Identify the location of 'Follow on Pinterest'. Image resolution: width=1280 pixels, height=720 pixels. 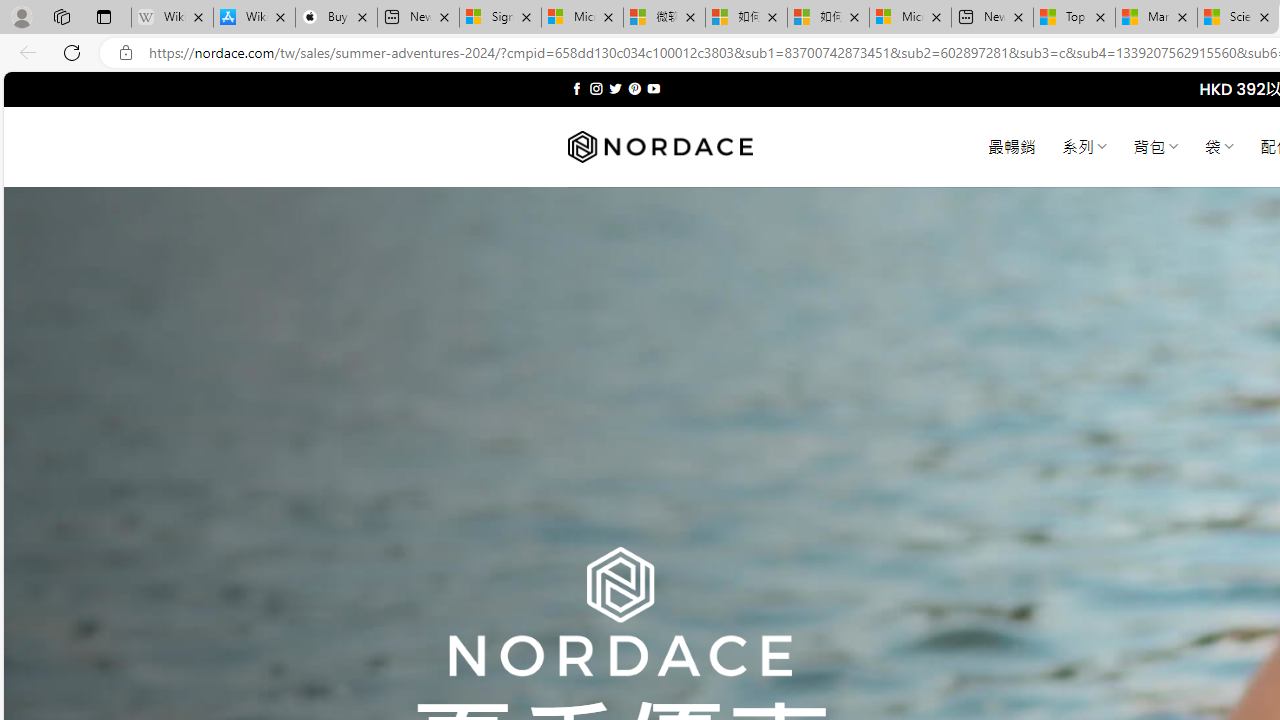
(633, 88).